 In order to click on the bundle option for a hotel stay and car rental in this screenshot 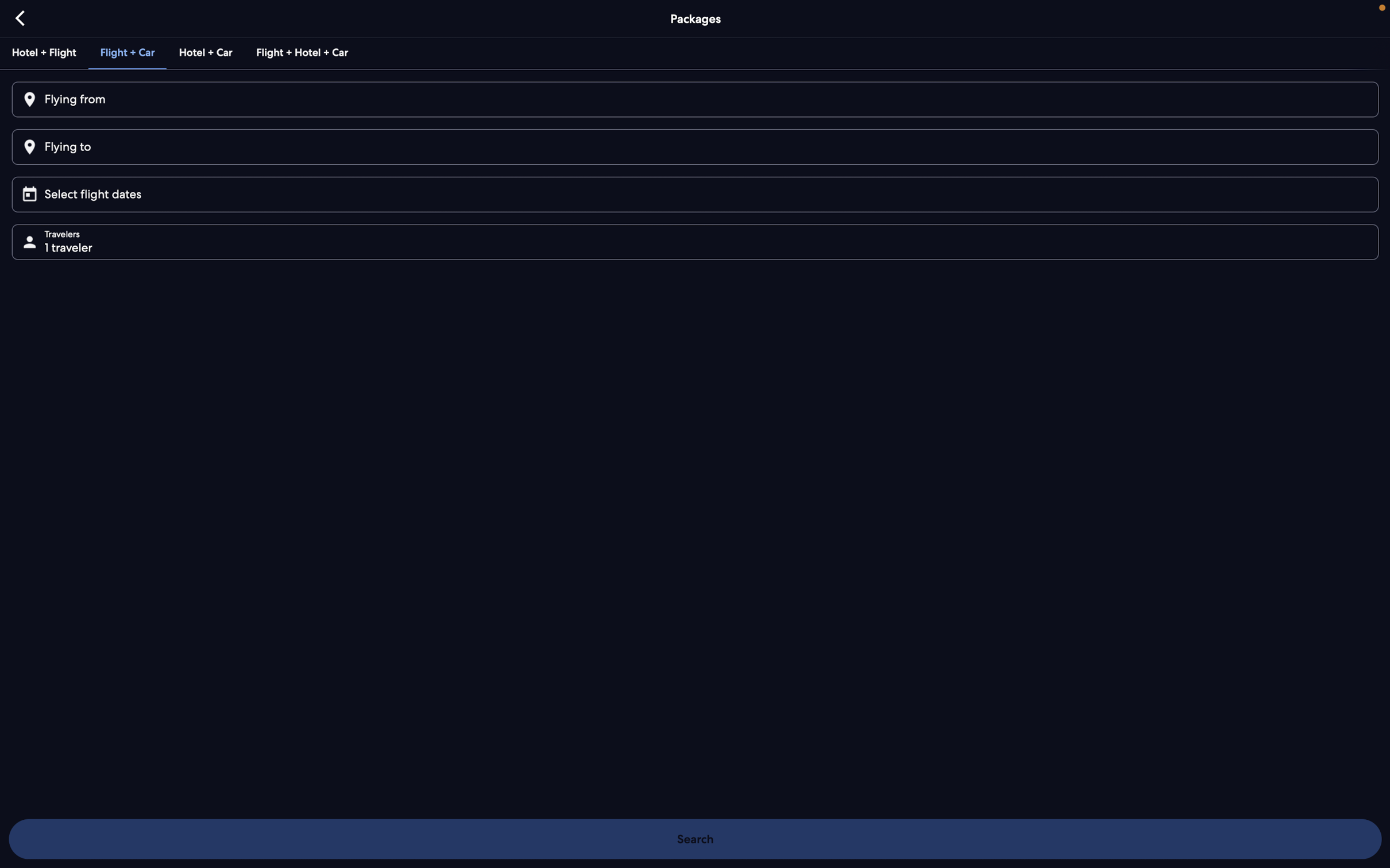, I will do `click(206, 51)`.